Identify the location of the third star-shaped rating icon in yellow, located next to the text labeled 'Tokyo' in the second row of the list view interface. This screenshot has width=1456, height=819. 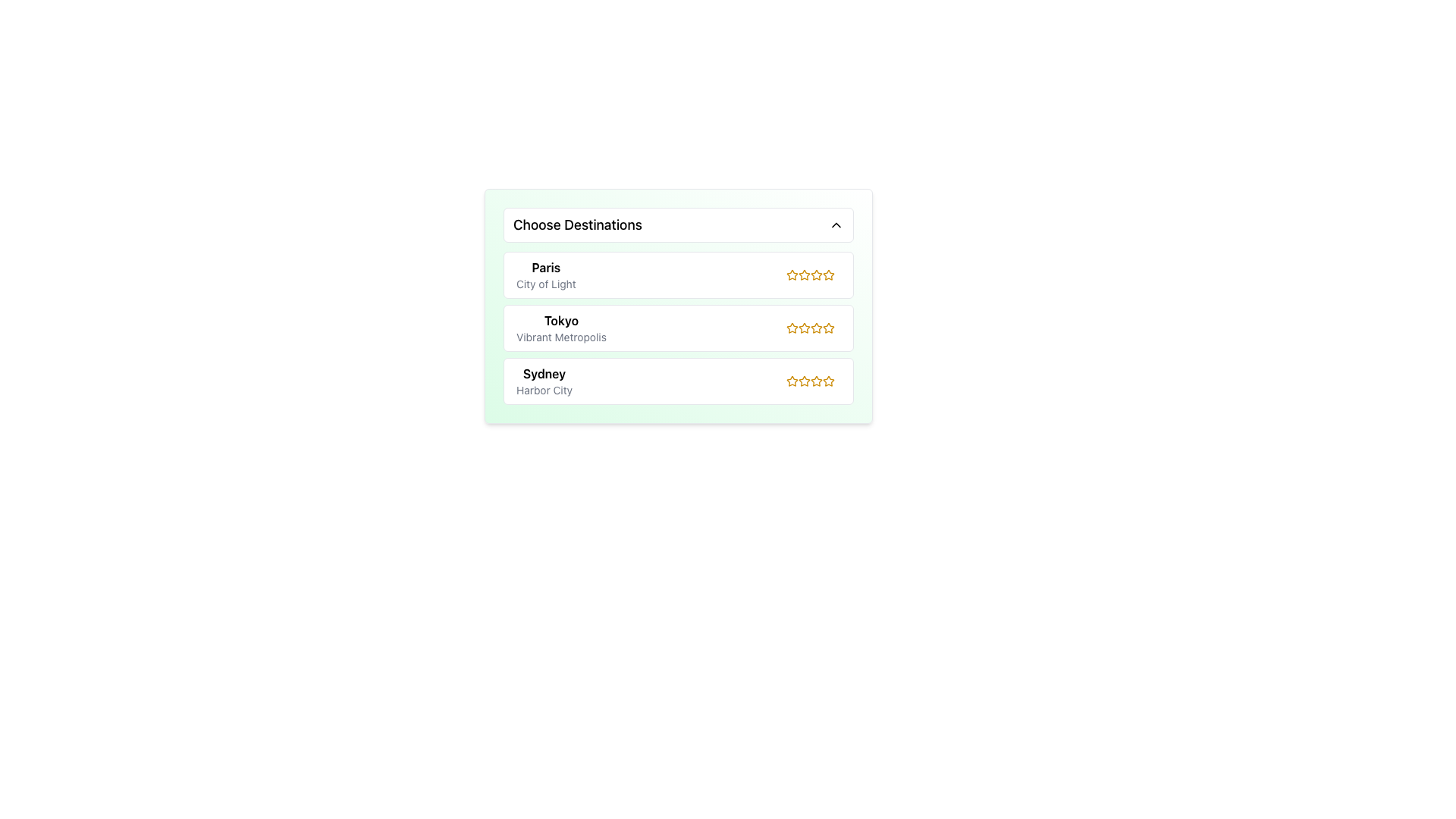
(803, 327).